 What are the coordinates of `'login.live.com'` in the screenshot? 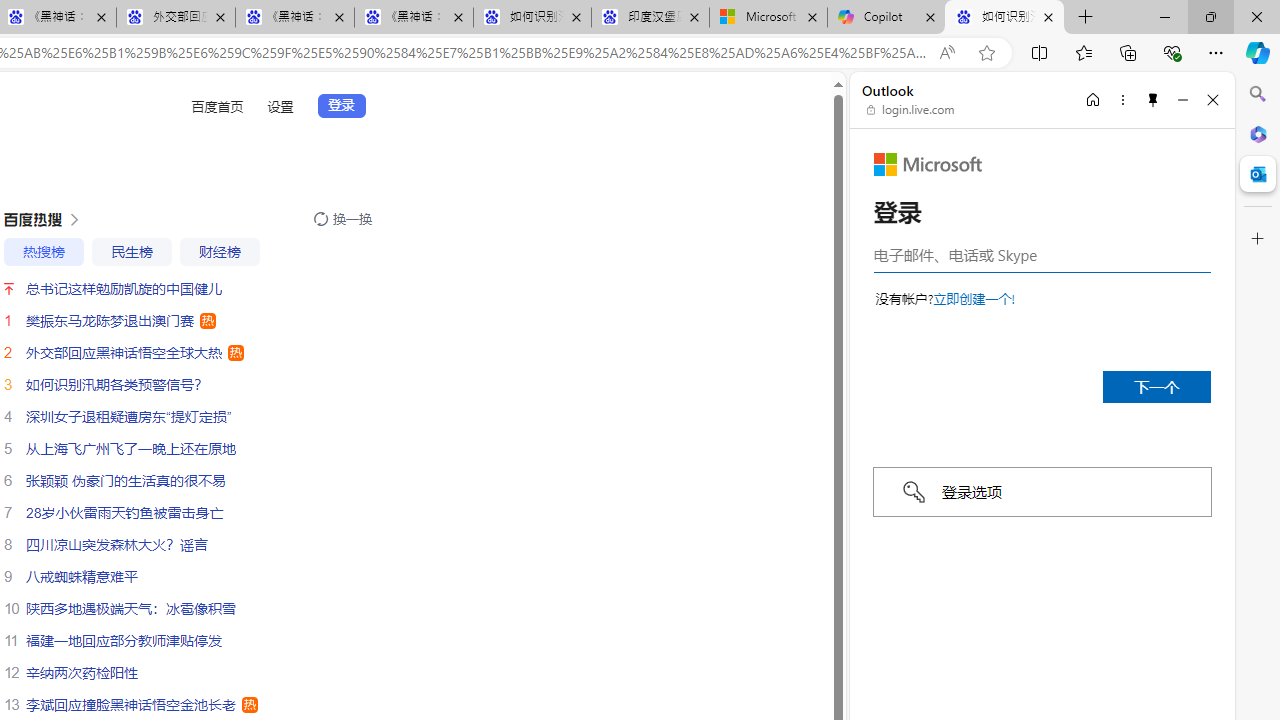 It's located at (910, 110).